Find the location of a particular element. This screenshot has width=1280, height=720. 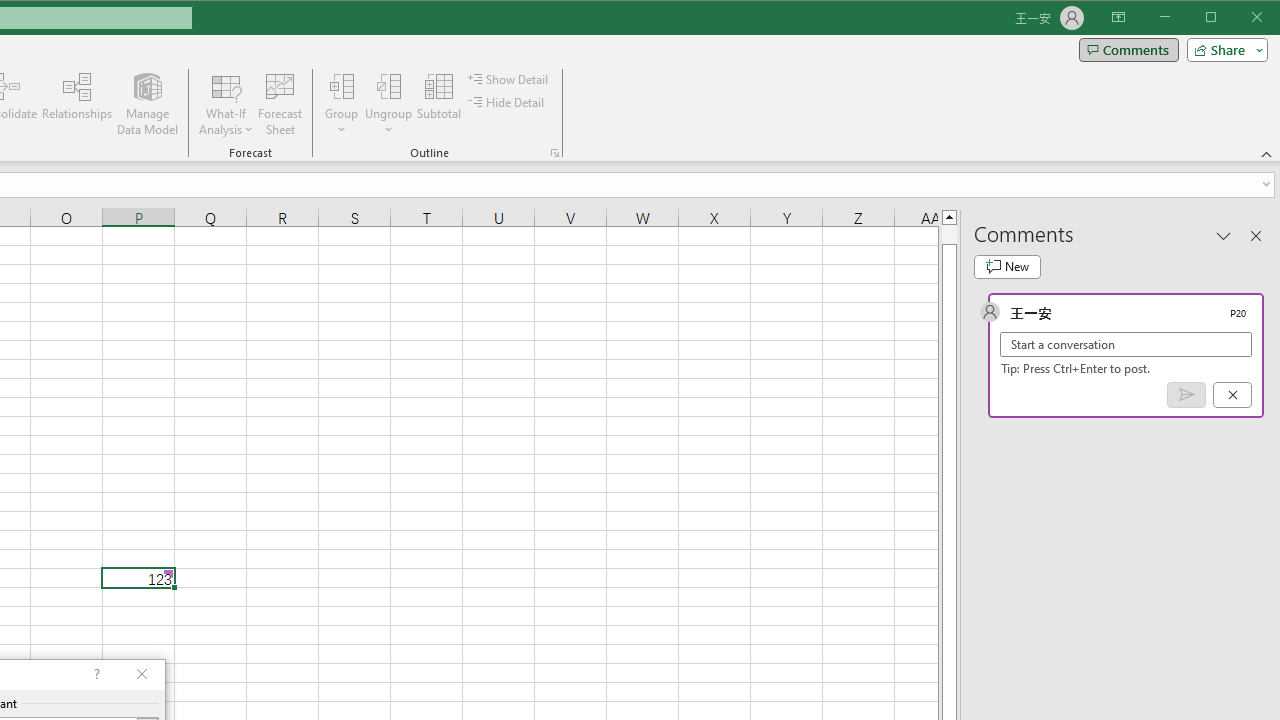

'Ungroup...' is located at coordinates (389, 85).